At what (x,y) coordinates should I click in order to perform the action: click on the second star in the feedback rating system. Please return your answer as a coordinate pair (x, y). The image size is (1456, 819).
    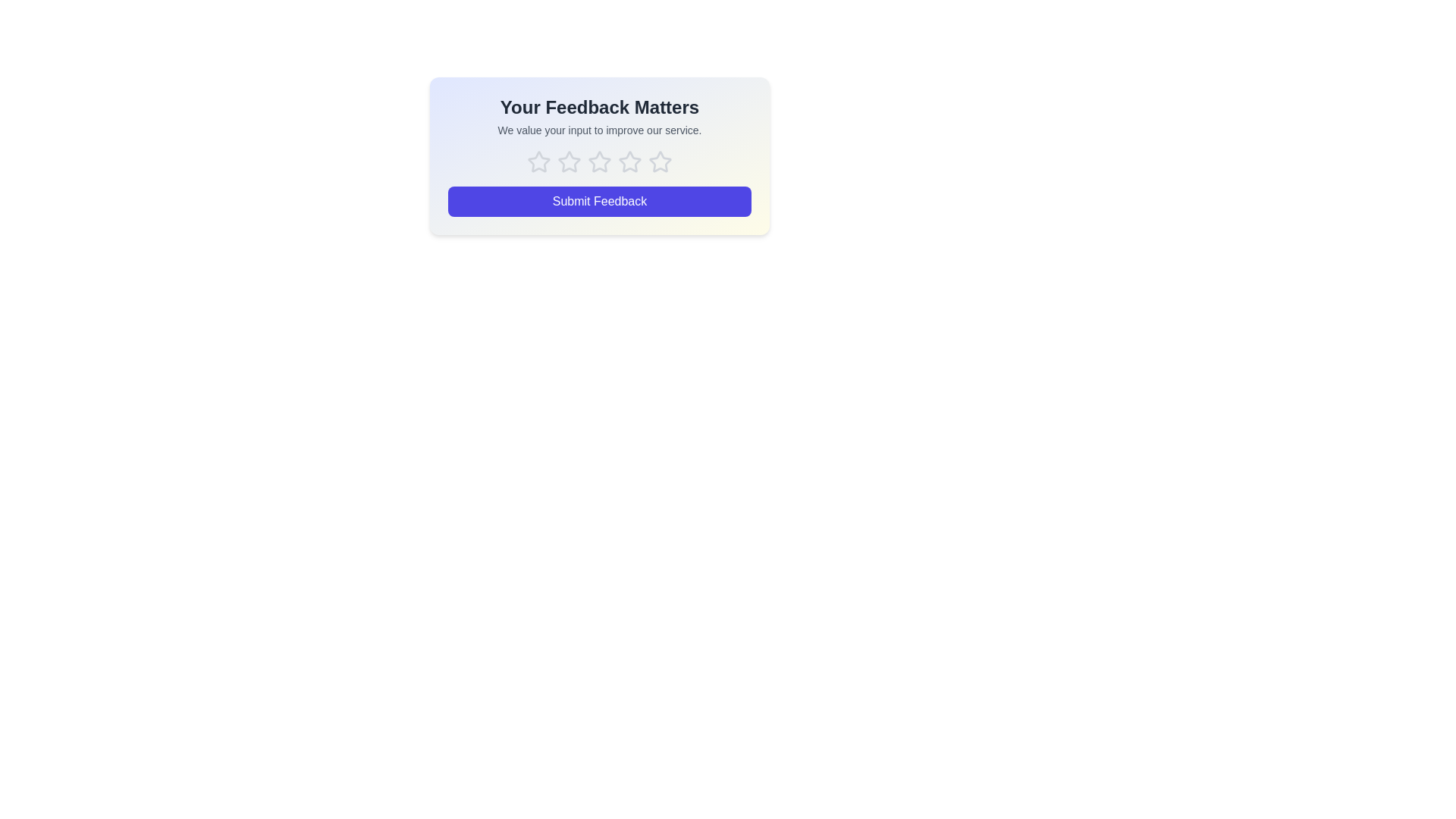
    Looking at the image, I should click on (568, 162).